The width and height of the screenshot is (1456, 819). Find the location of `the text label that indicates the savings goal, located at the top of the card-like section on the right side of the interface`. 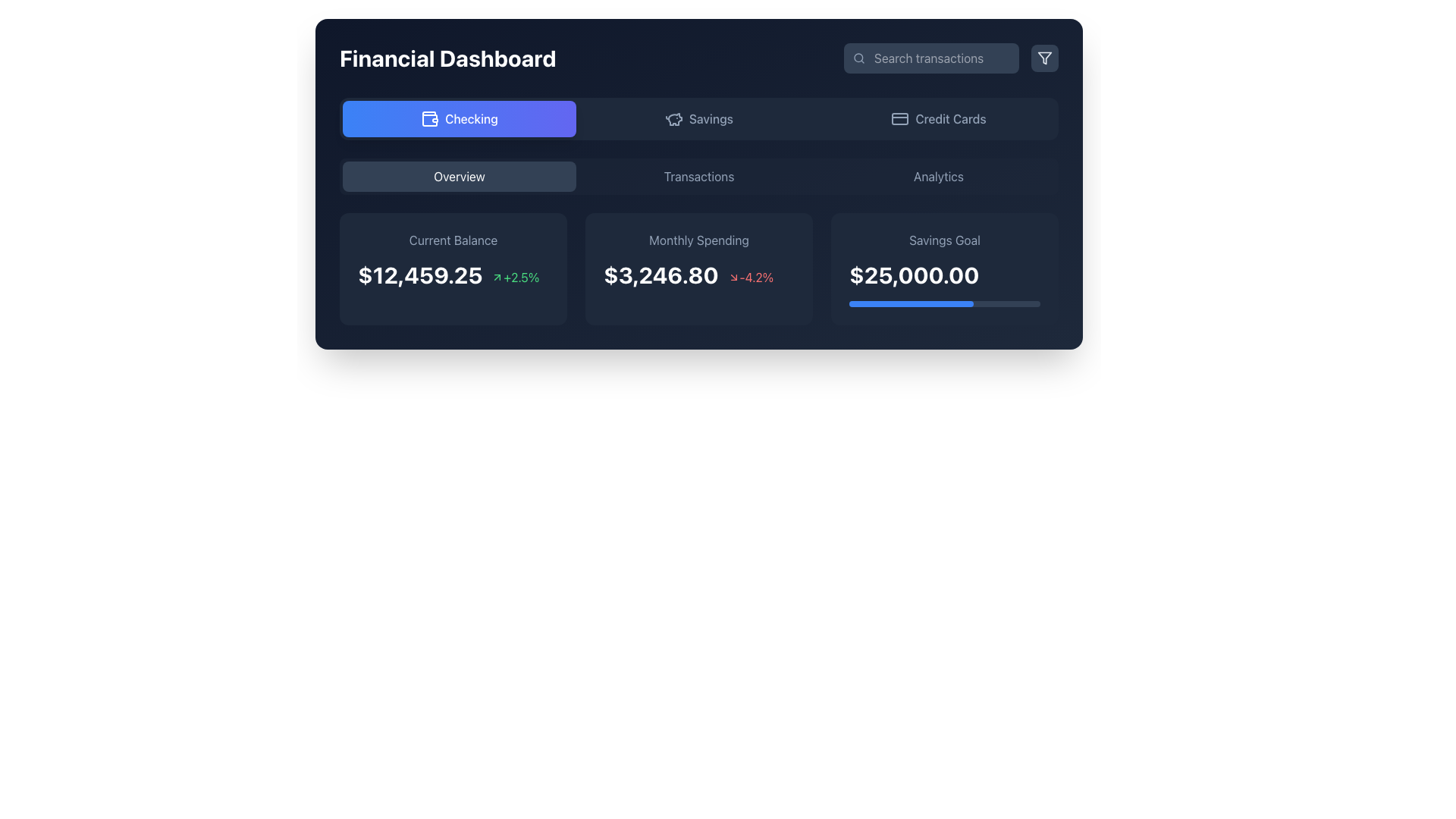

the text label that indicates the savings goal, located at the top of the card-like section on the right side of the interface is located at coordinates (944, 239).